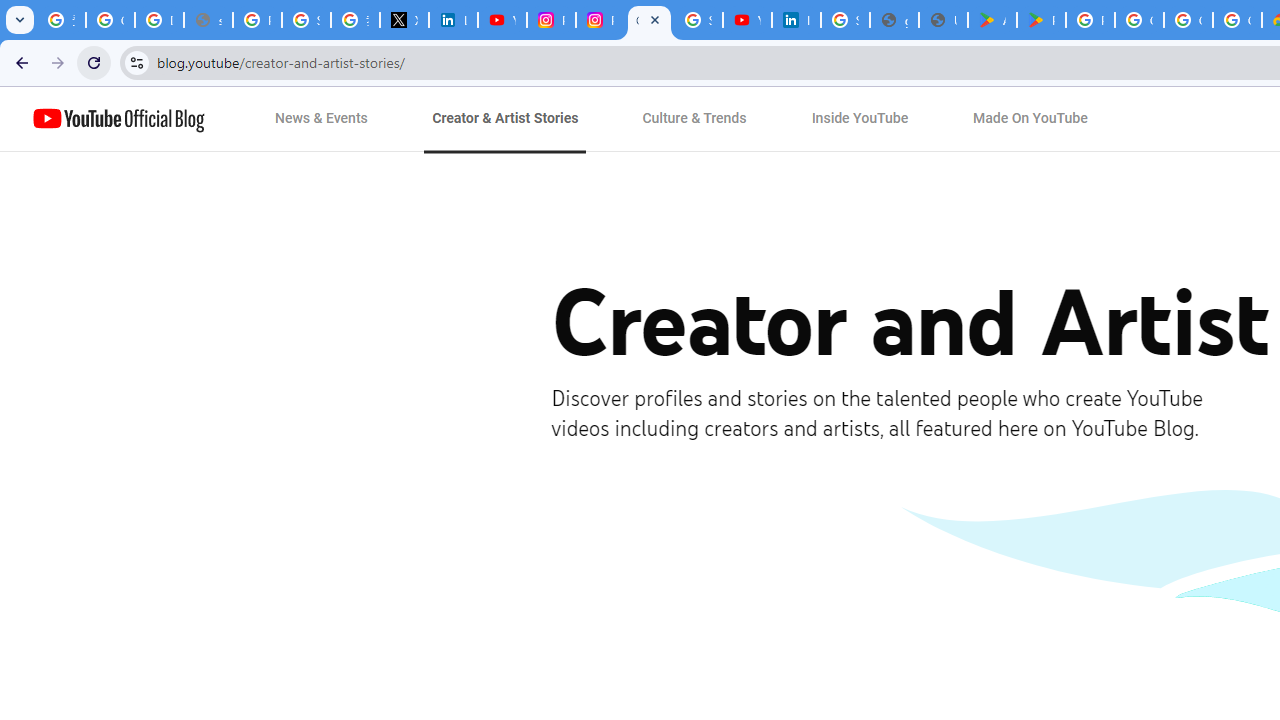  I want to click on 'Inside YouTube', so click(860, 119).